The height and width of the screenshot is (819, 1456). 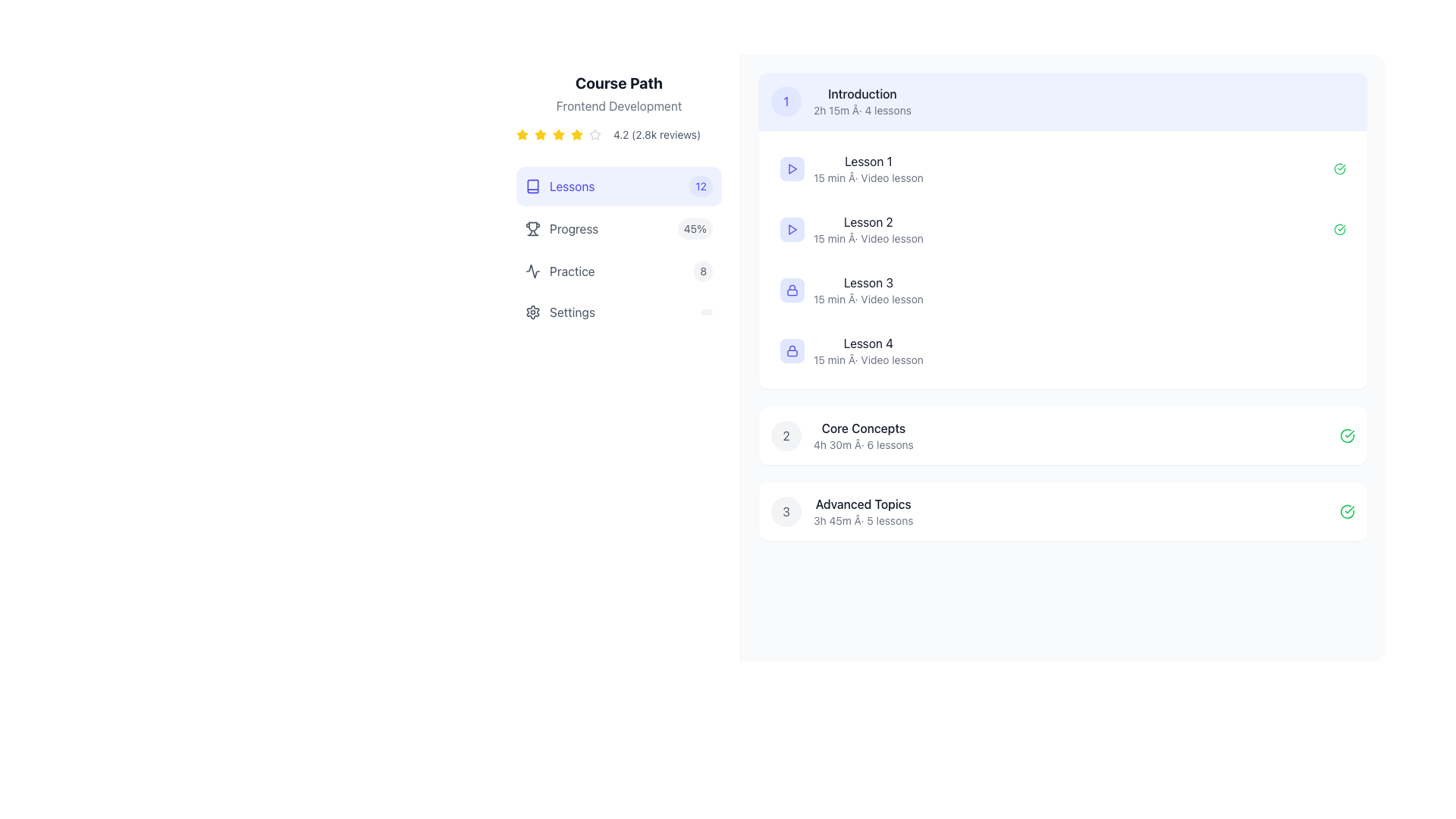 I want to click on the small oscillating waveform icon in the sidebar navigation menu, so click(x=532, y=271).